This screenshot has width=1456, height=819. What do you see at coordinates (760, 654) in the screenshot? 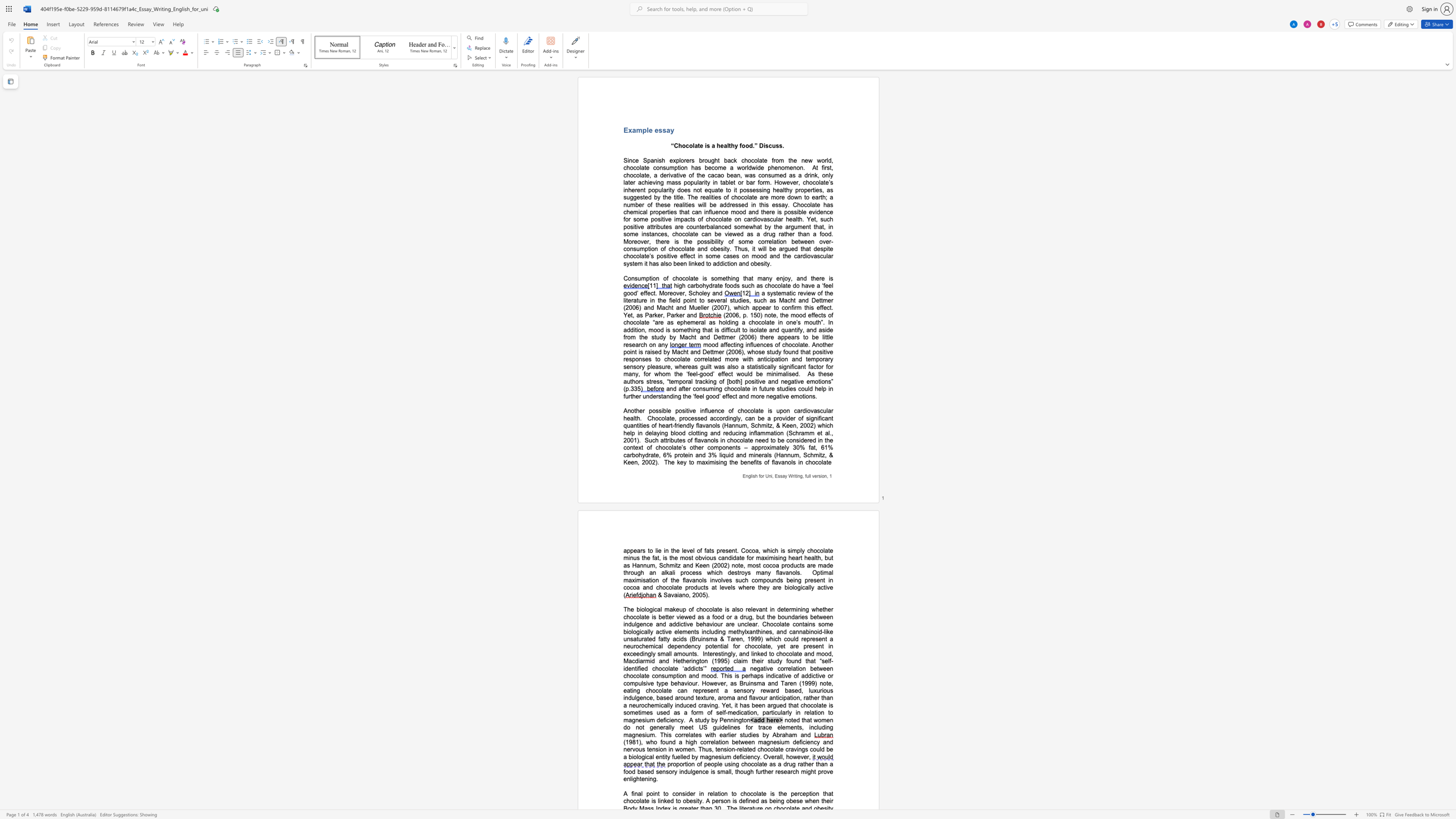
I see `the space between the continuous character "k" and "e" in the text` at bounding box center [760, 654].